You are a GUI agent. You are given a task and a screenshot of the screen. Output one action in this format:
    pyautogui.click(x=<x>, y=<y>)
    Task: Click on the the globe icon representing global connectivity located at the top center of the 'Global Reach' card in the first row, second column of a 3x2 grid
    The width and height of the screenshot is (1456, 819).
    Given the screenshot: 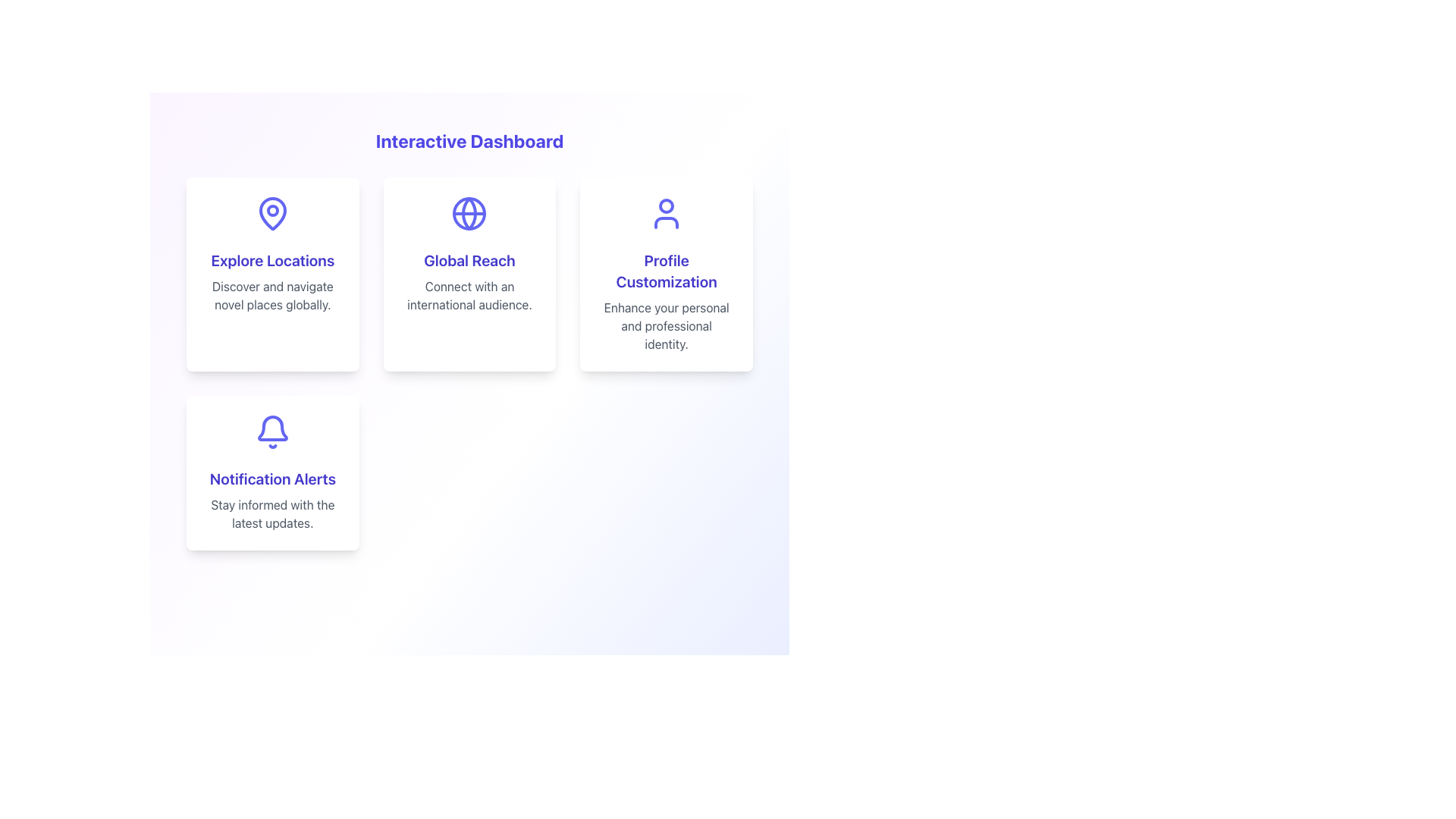 What is the action you would take?
    pyautogui.click(x=469, y=213)
    